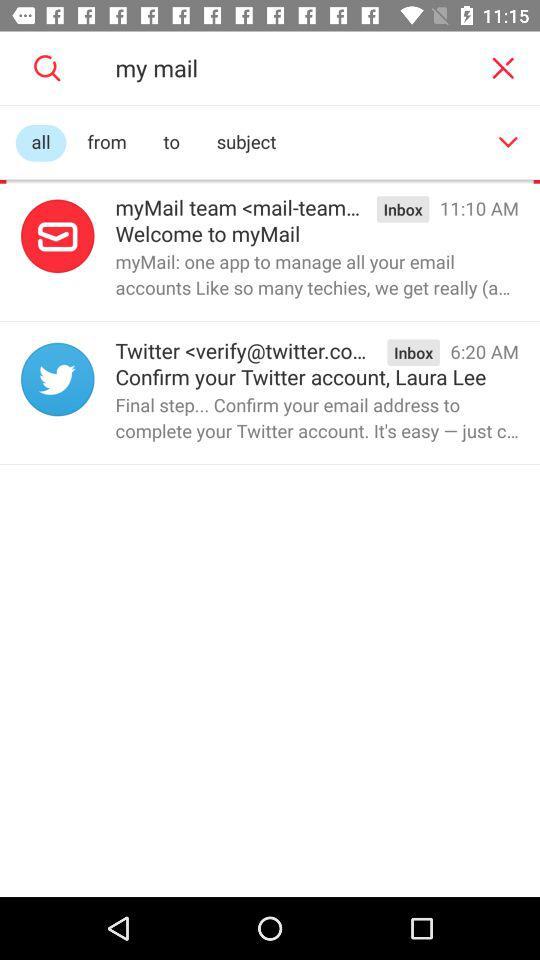  What do you see at coordinates (508, 141) in the screenshot?
I see `scroll down menu button` at bounding box center [508, 141].